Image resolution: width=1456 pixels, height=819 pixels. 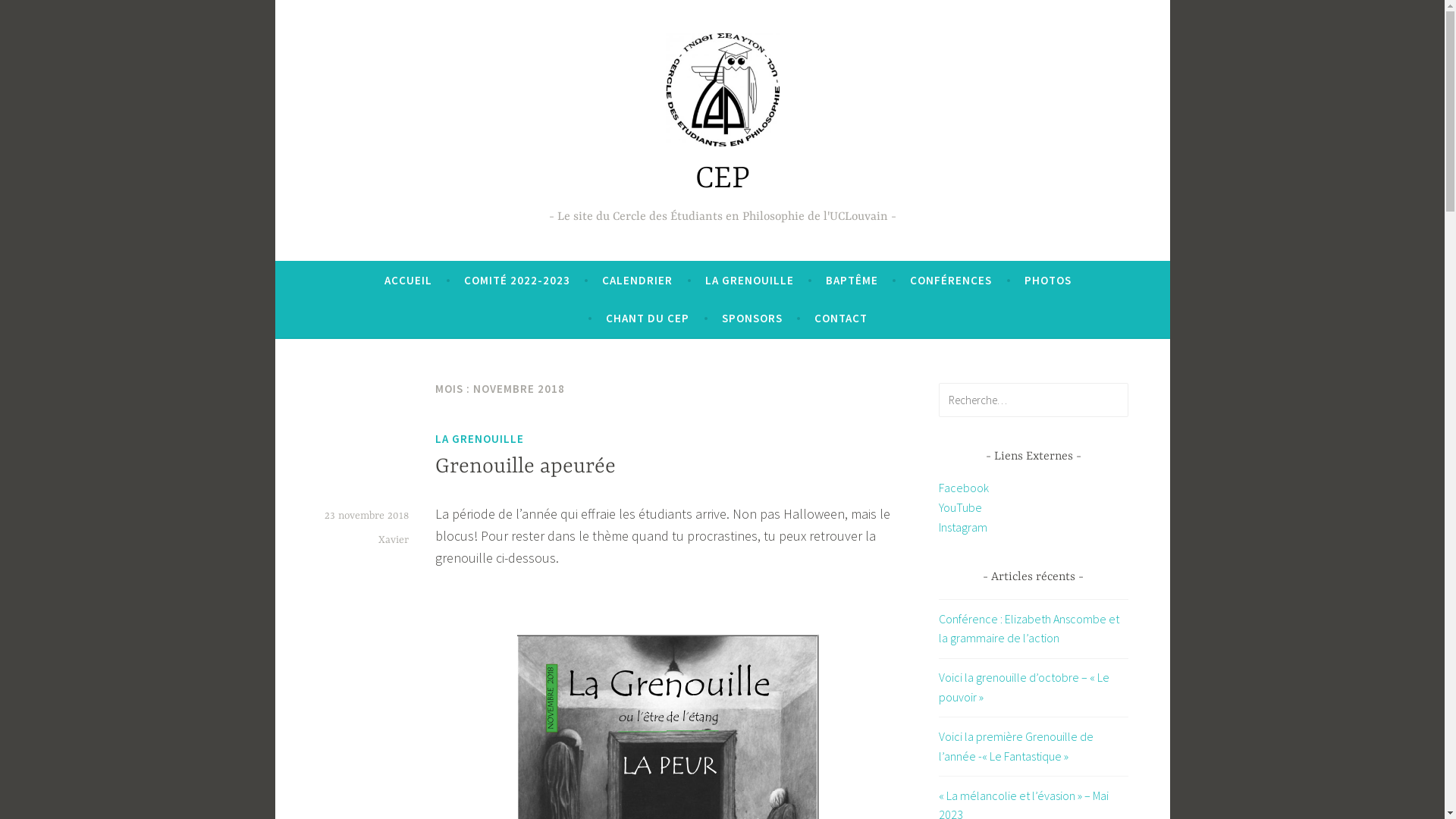 I want to click on 'Rechercher', so click(x=49, y=14).